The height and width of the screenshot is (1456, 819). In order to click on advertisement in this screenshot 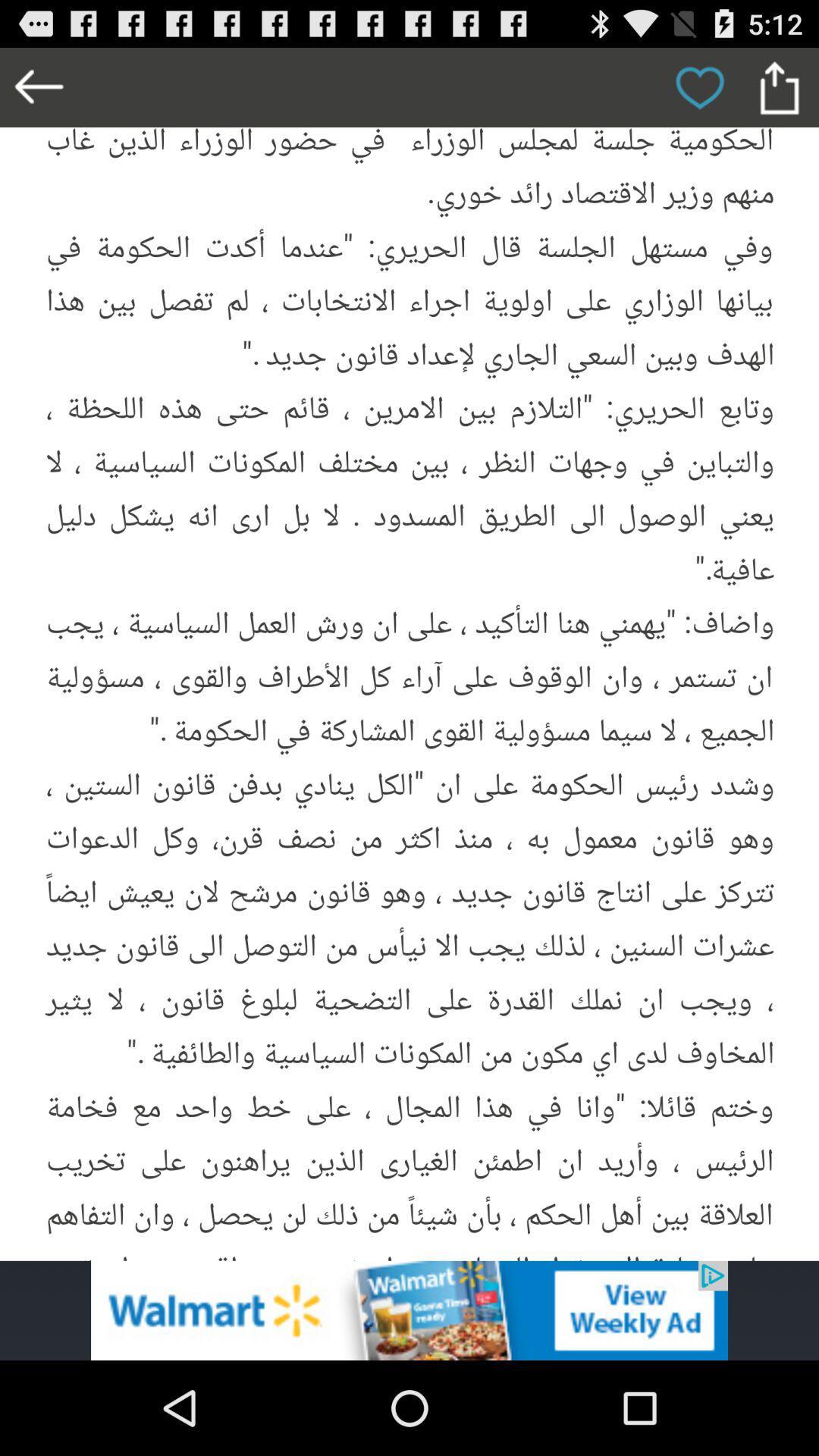, I will do `click(409, 1310)`.